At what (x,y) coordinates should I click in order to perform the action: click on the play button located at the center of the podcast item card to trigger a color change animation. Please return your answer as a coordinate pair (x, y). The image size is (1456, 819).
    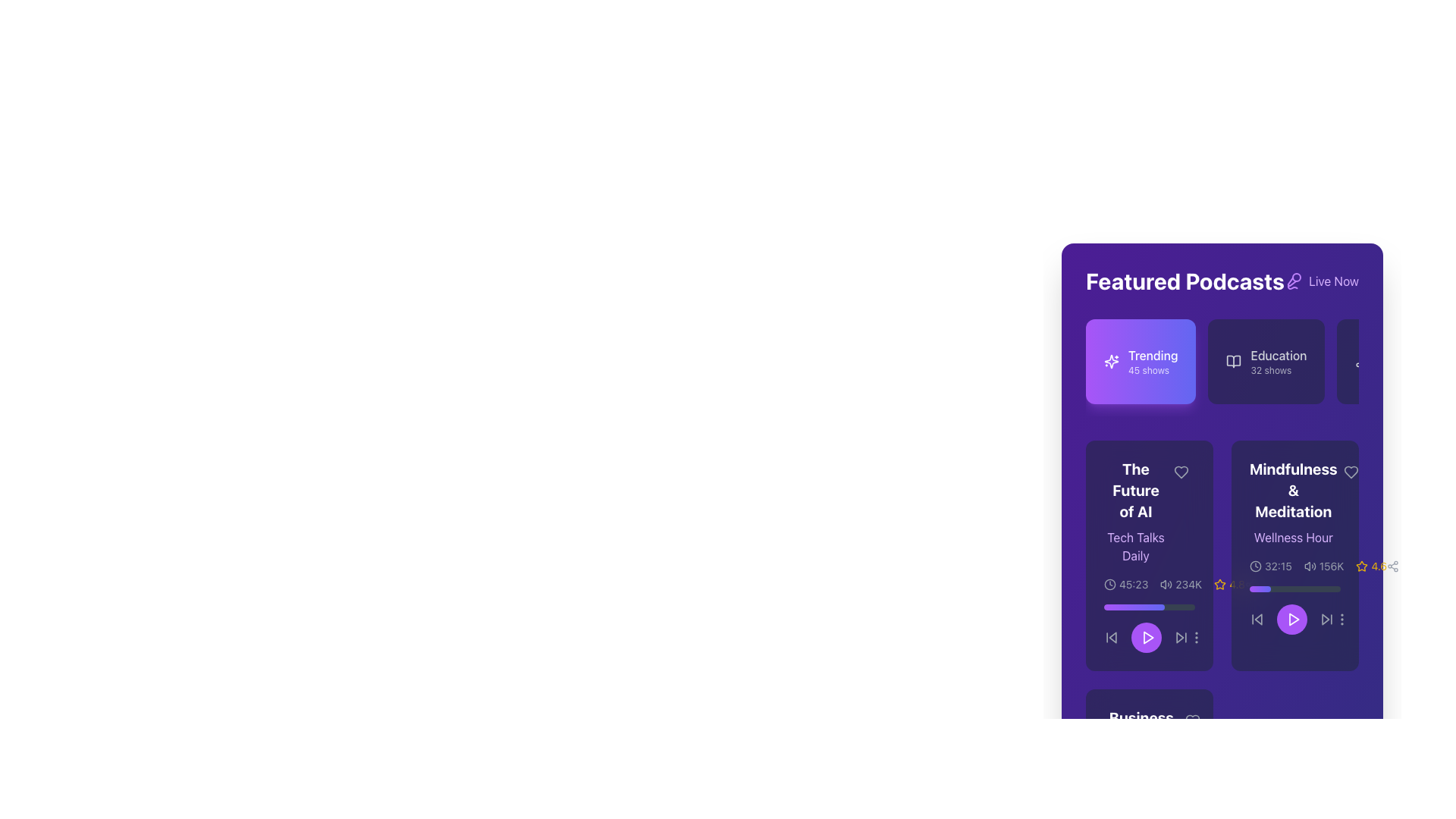
    Looking at the image, I should click on (1147, 637).